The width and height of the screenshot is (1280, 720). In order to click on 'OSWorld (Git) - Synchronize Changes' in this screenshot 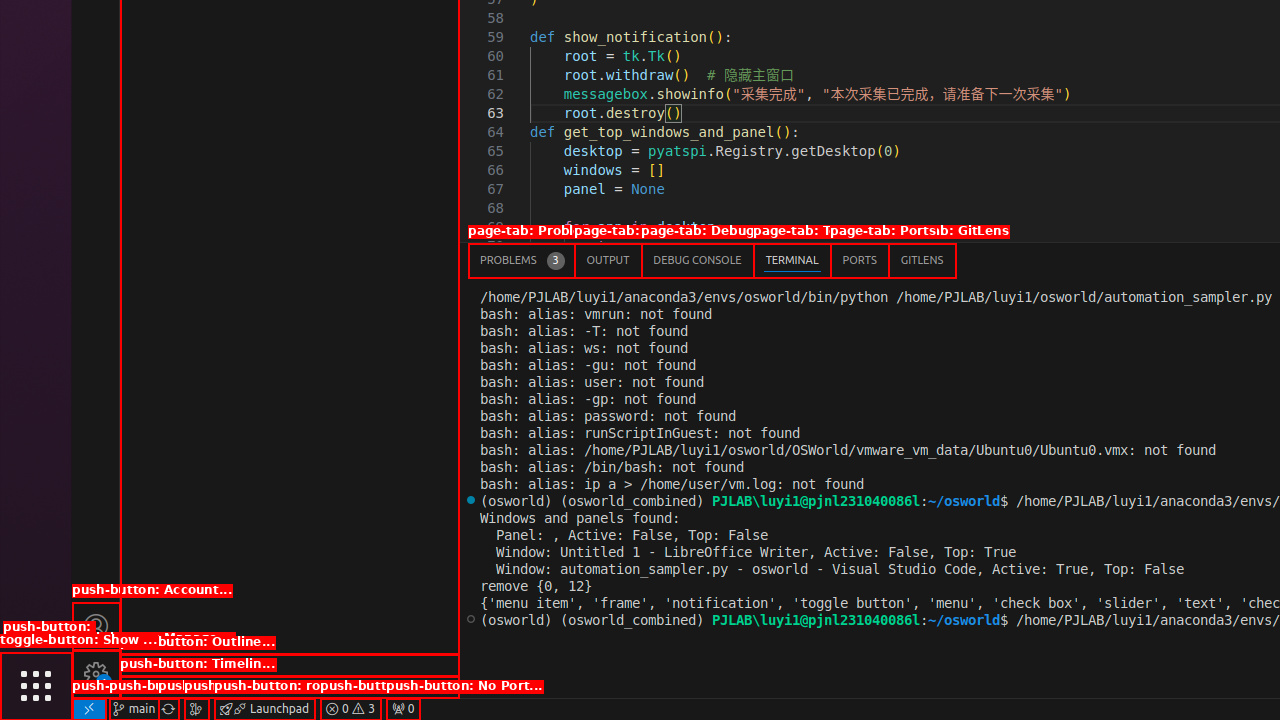, I will do `click(168, 707)`.